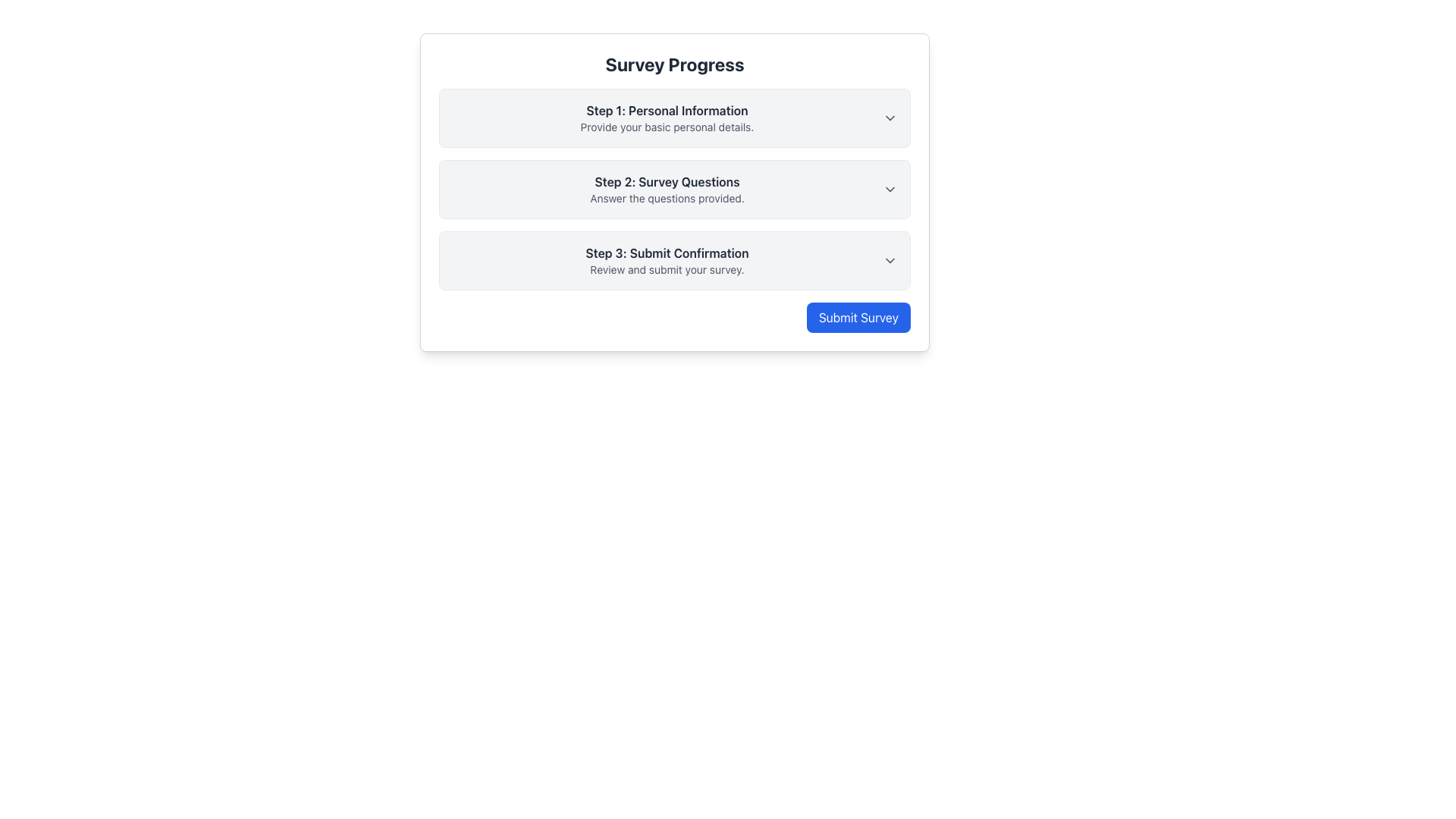  What do you see at coordinates (667, 127) in the screenshot?
I see `the Text Label that reads 'Provide your basic personal details.' located directly below the header 'Step 1: Personal Information'` at bounding box center [667, 127].